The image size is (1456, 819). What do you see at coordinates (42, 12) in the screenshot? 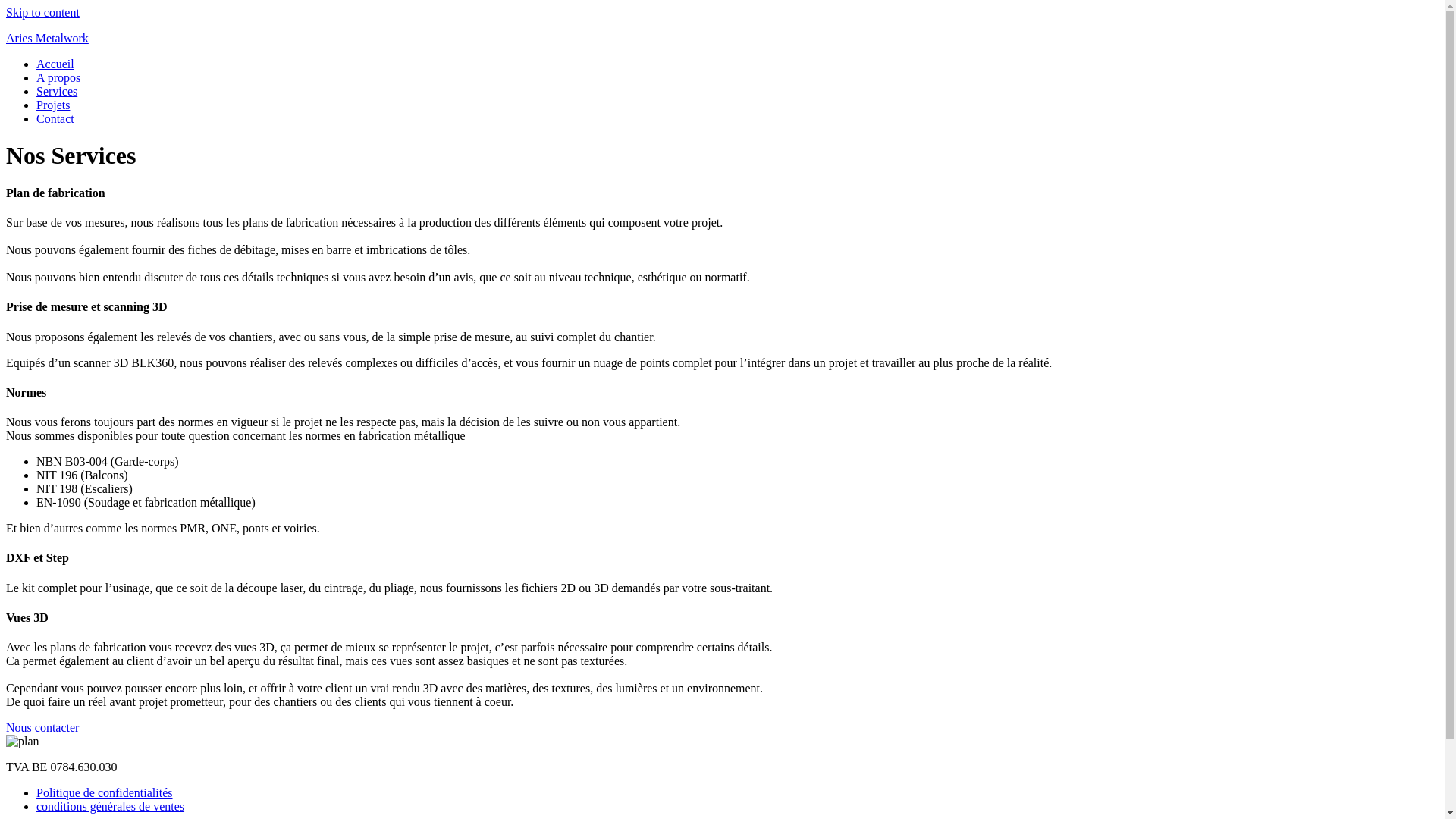
I see `'Skip to content'` at bounding box center [42, 12].